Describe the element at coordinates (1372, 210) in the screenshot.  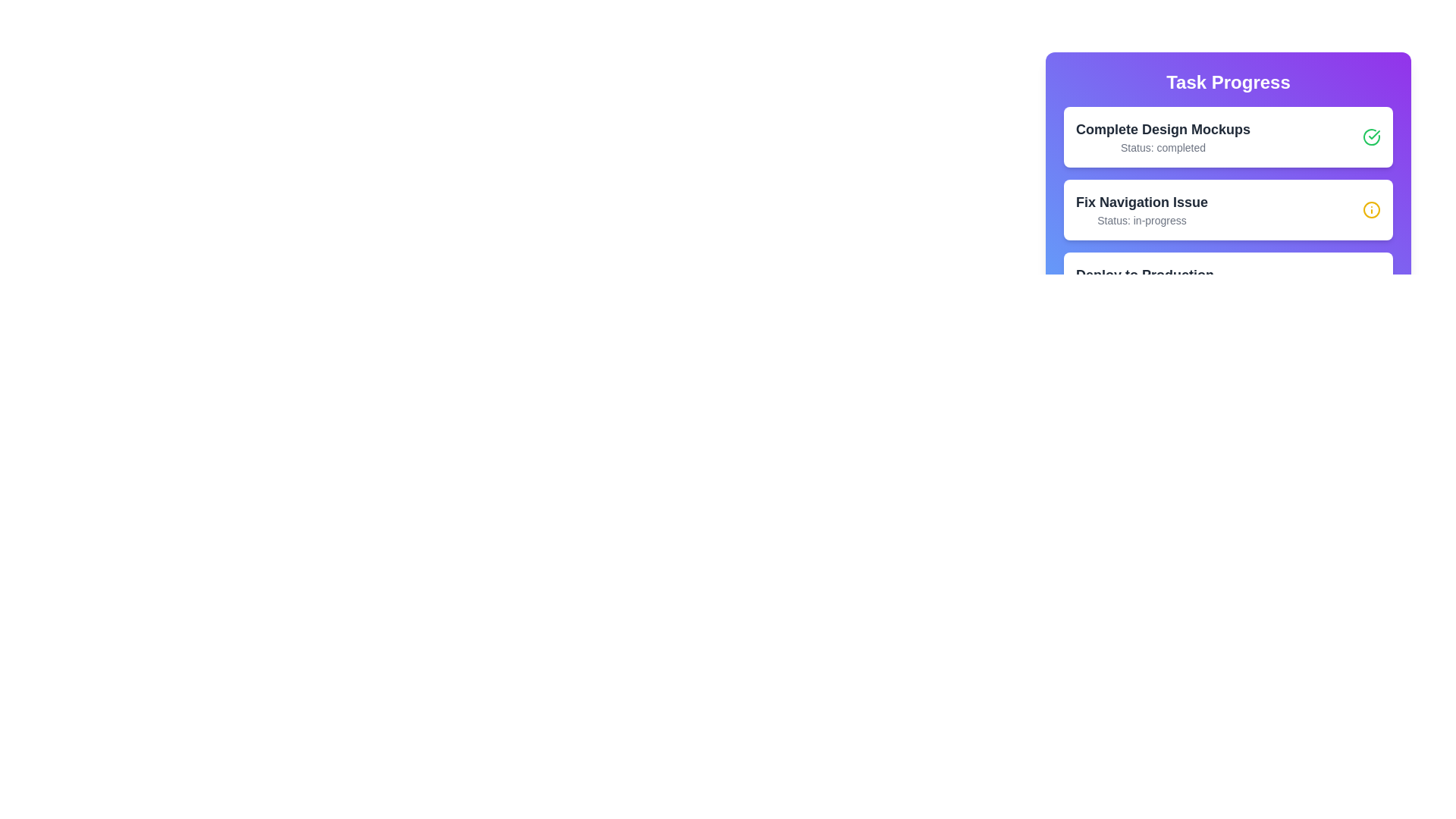
I see `the status icon corresponding to the task Fix Navigation Issue` at that location.